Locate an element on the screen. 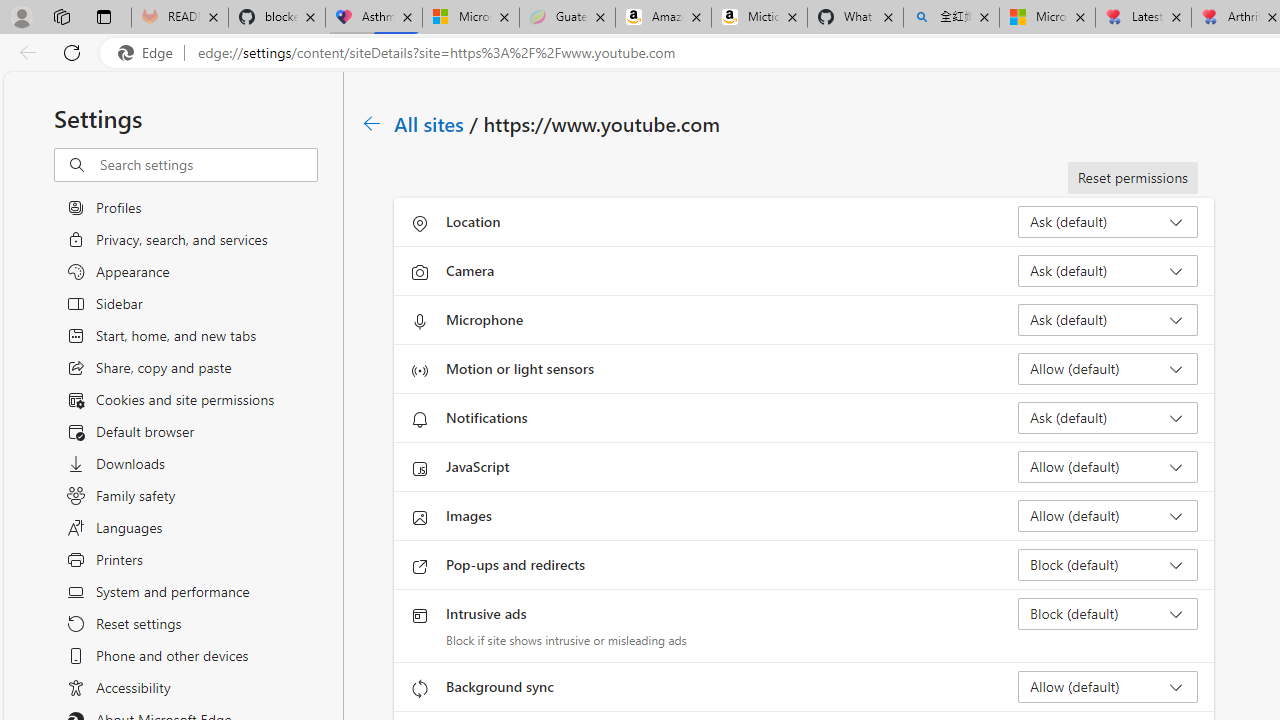  'Microphone Ask (default)' is located at coordinates (1106, 319).